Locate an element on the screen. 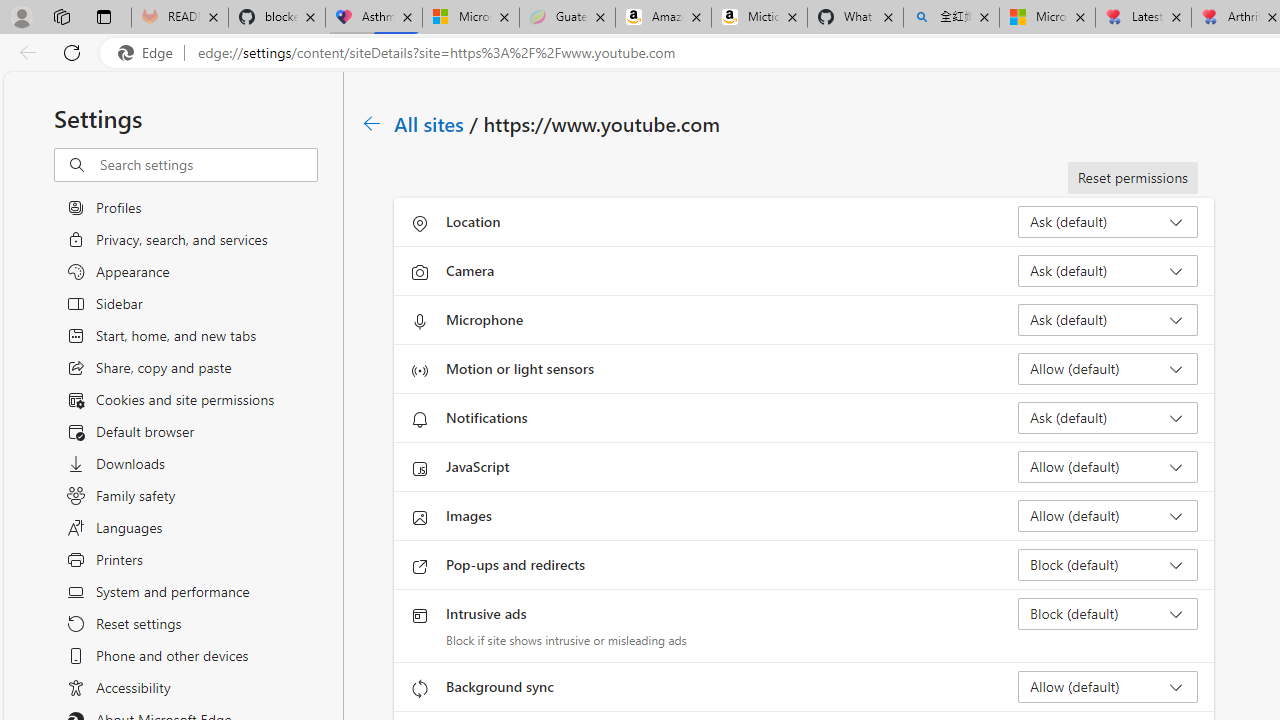  'Microphone Ask (default)' is located at coordinates (1106, 319).